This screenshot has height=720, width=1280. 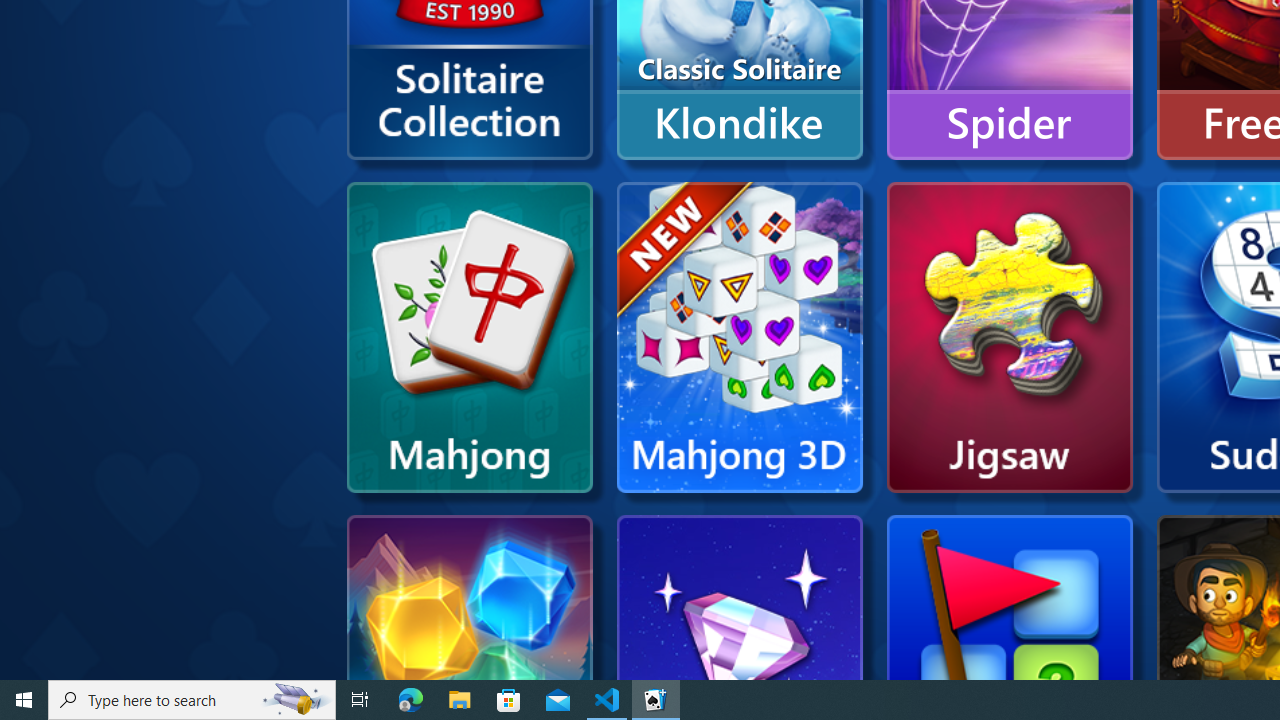 What do you see at coordinates (1009, 336) in the screenshot?
I see `'Microsoft Jigsaw'` at bounding box center [1009, 336].